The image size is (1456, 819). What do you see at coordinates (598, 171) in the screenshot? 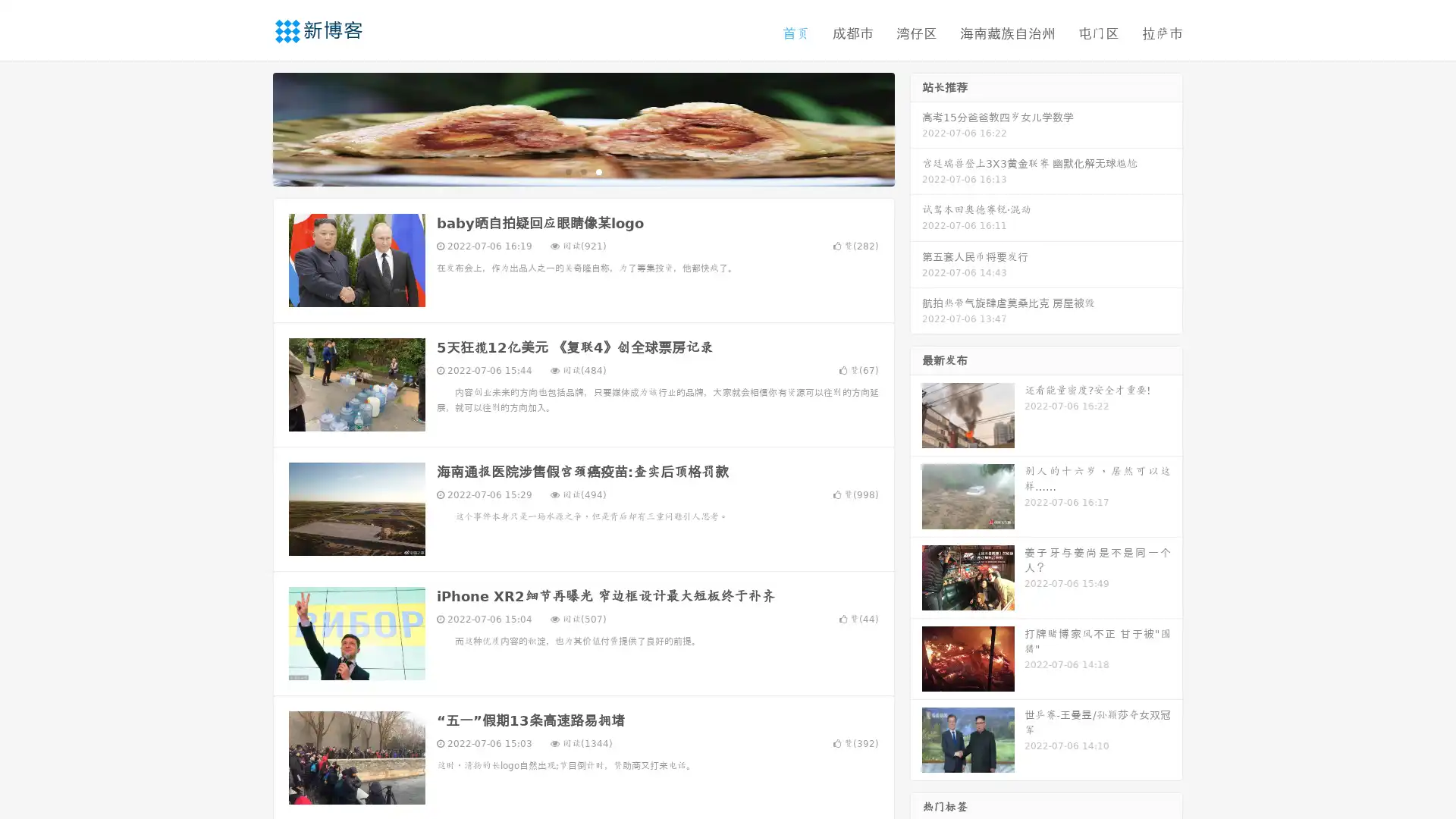
I see `Go to slide 3` at bounding box center [598, 171].